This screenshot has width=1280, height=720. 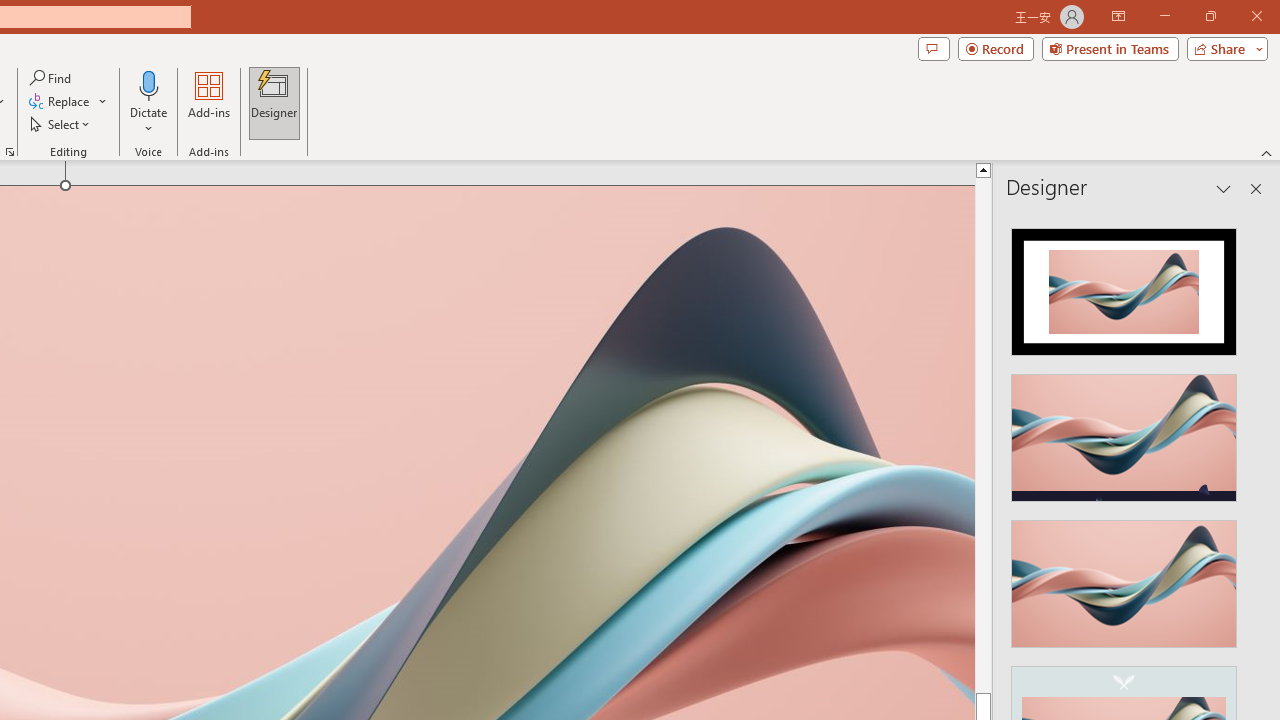 What do you see at coordinates (1124, 286) in the screenshot?
I see `'Recommended Design: Design Idea'` at bounding box center [1124, 286].